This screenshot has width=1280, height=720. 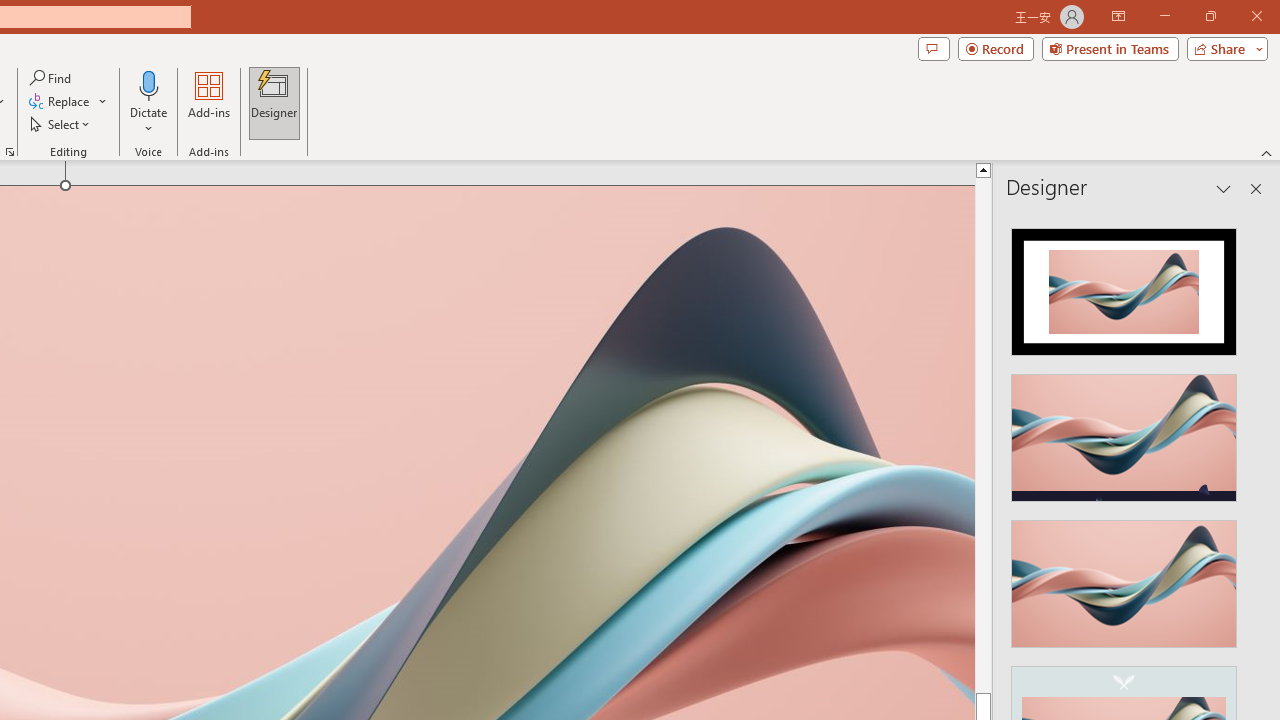 What do you see at coordinates (1124, 286) in the screenshot?
I see `'Recommended Design: Design Idea'` at bounding box center [1124, 286].